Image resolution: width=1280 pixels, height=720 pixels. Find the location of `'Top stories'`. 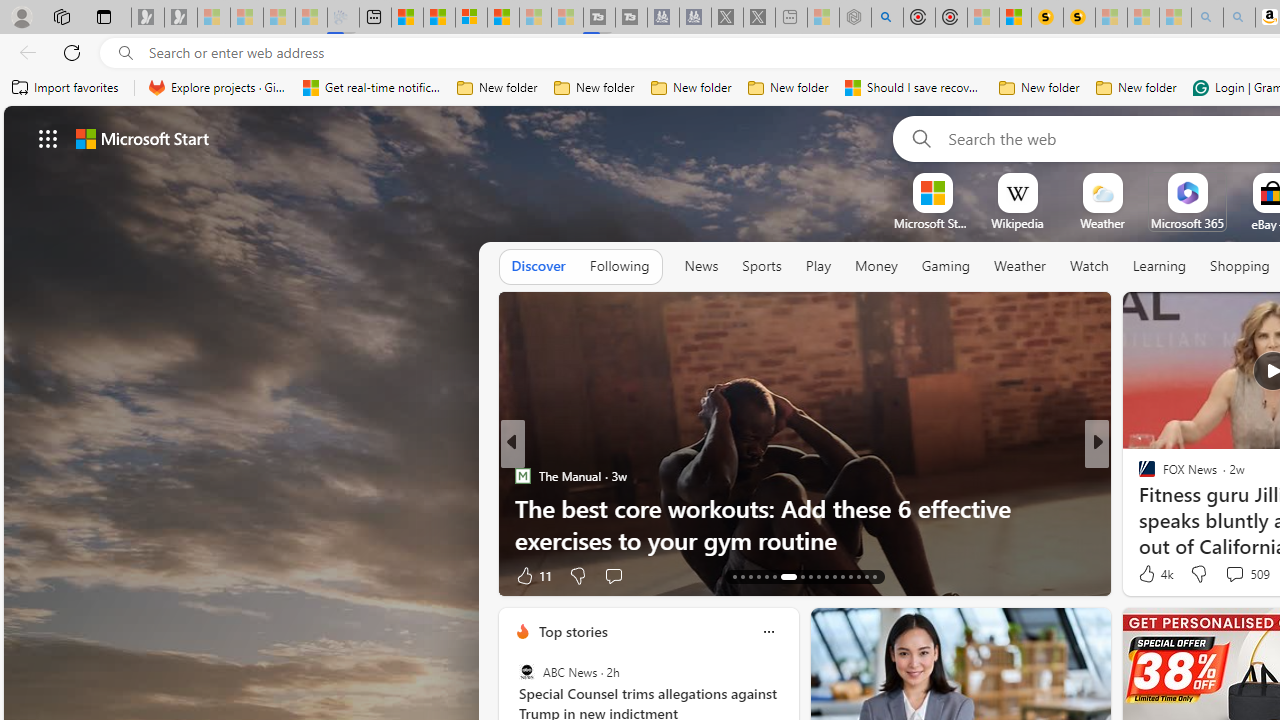

'Top stories' is located at coordinates (571, 631).